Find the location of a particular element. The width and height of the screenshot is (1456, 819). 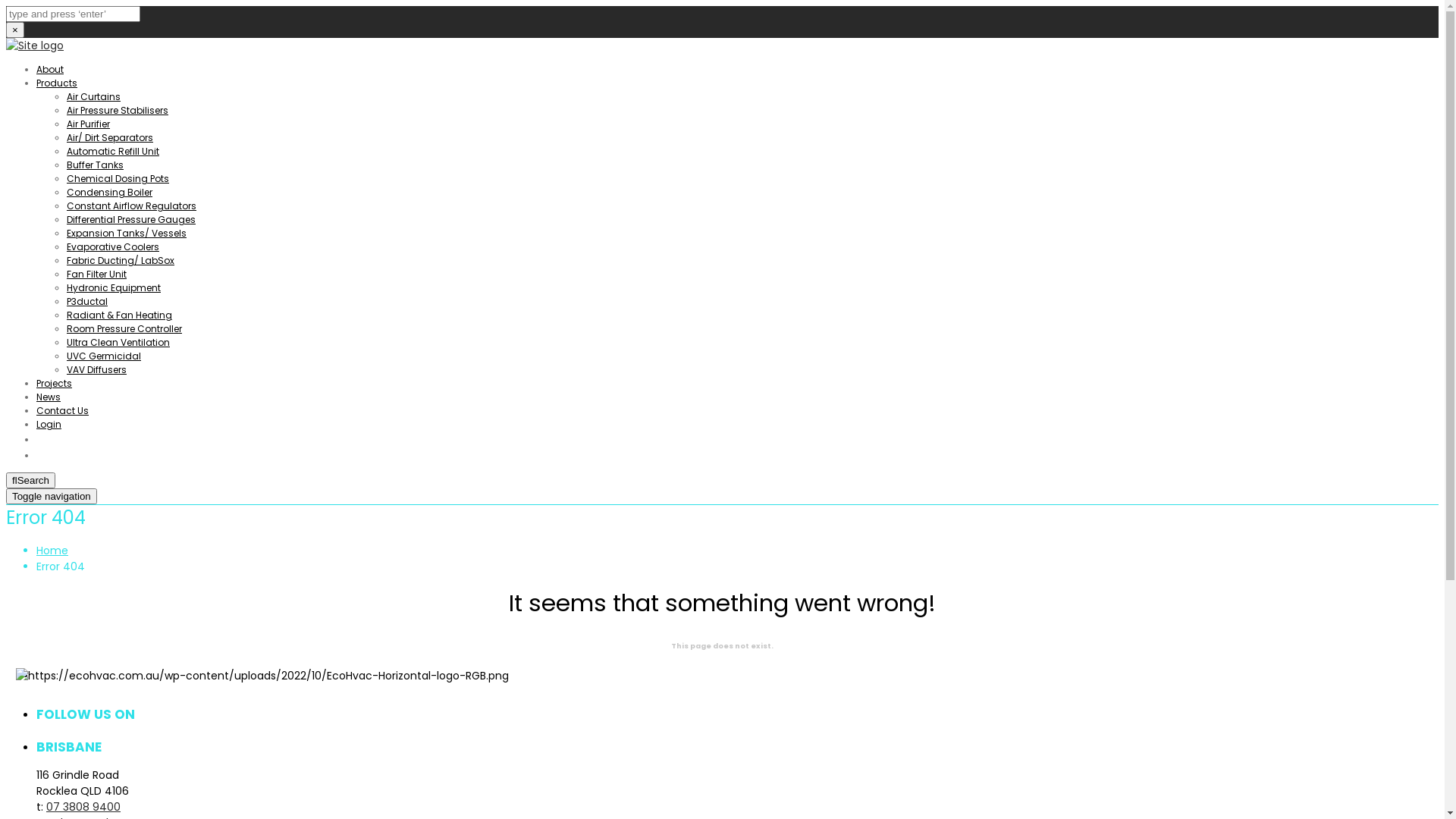

'Air/ Dirt Separators' is located at coordinates (108, 137).